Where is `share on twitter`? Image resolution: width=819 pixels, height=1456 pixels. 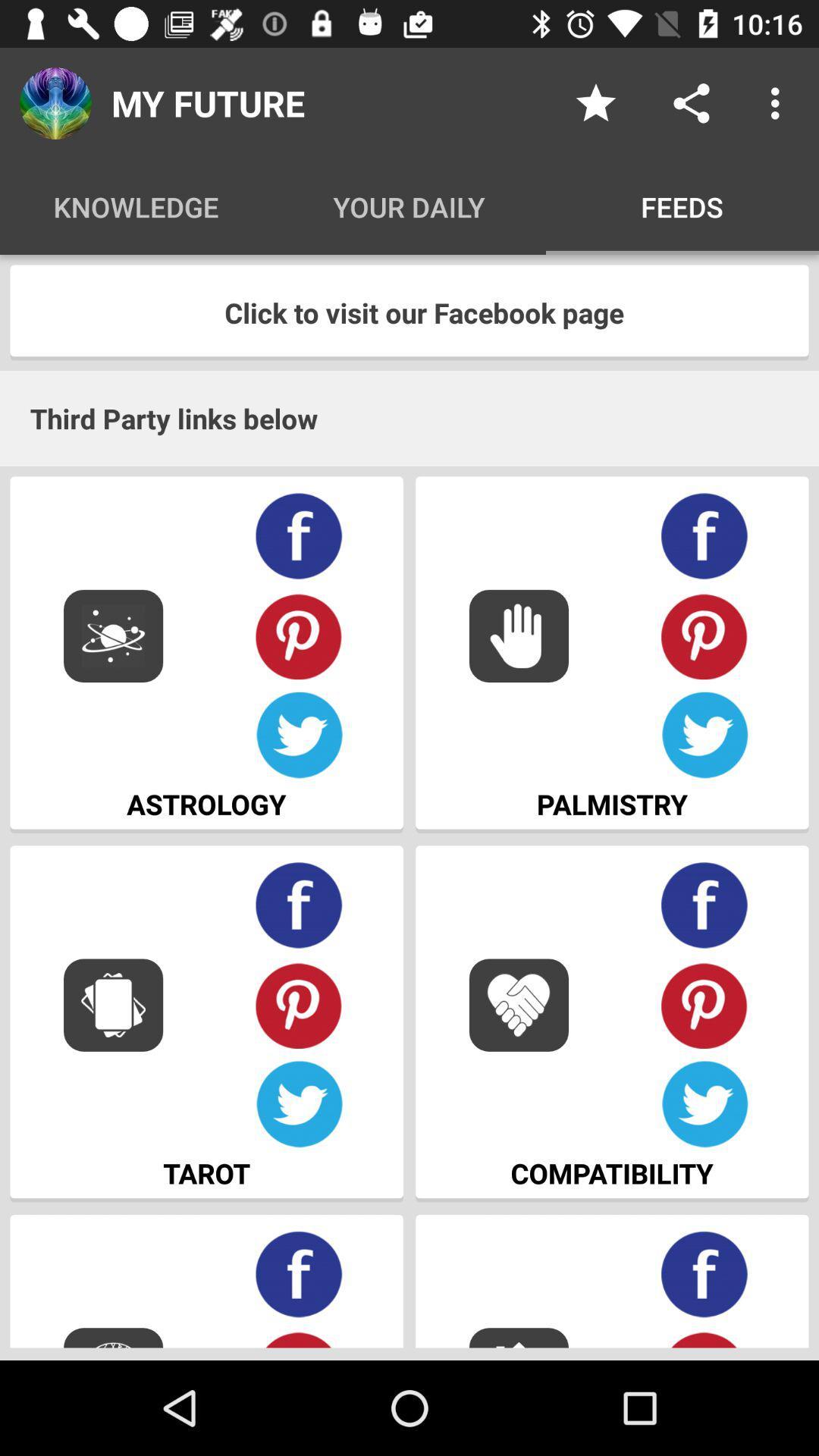 share on twitter is located at coordinates (704, 1104).